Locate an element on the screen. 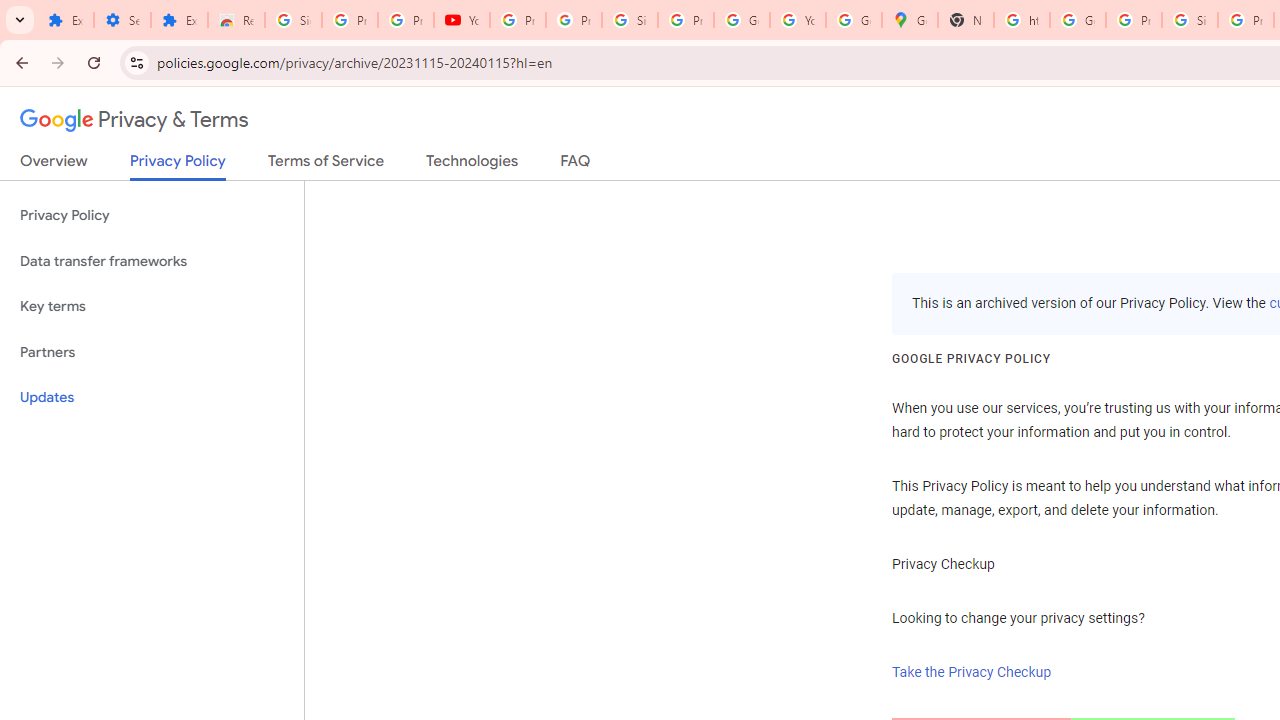 This screenshot has width=1280, height=720. 'YouTube' is located at coordinates (461, 20).